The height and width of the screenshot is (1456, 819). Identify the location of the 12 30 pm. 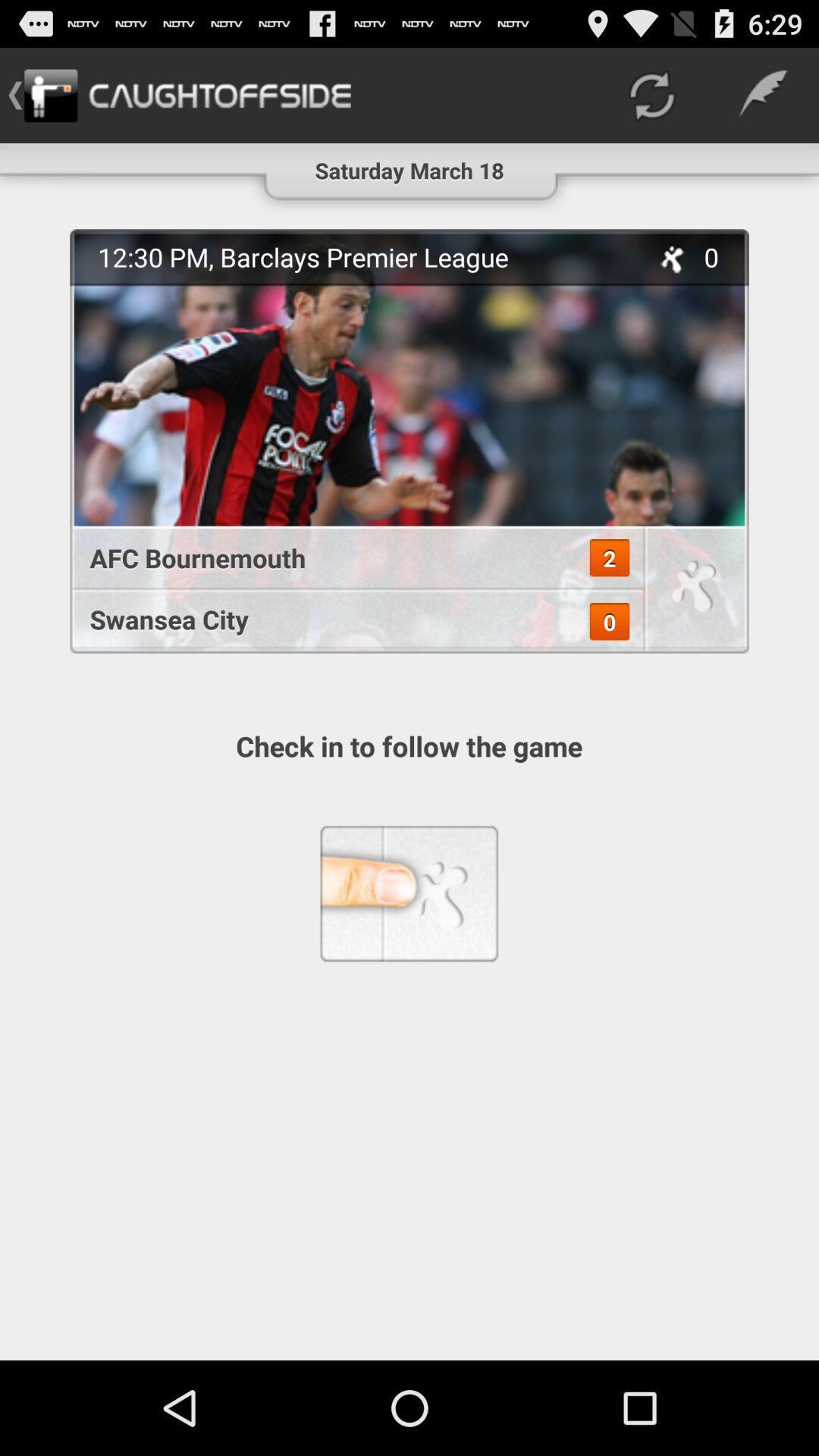
(365, 257).